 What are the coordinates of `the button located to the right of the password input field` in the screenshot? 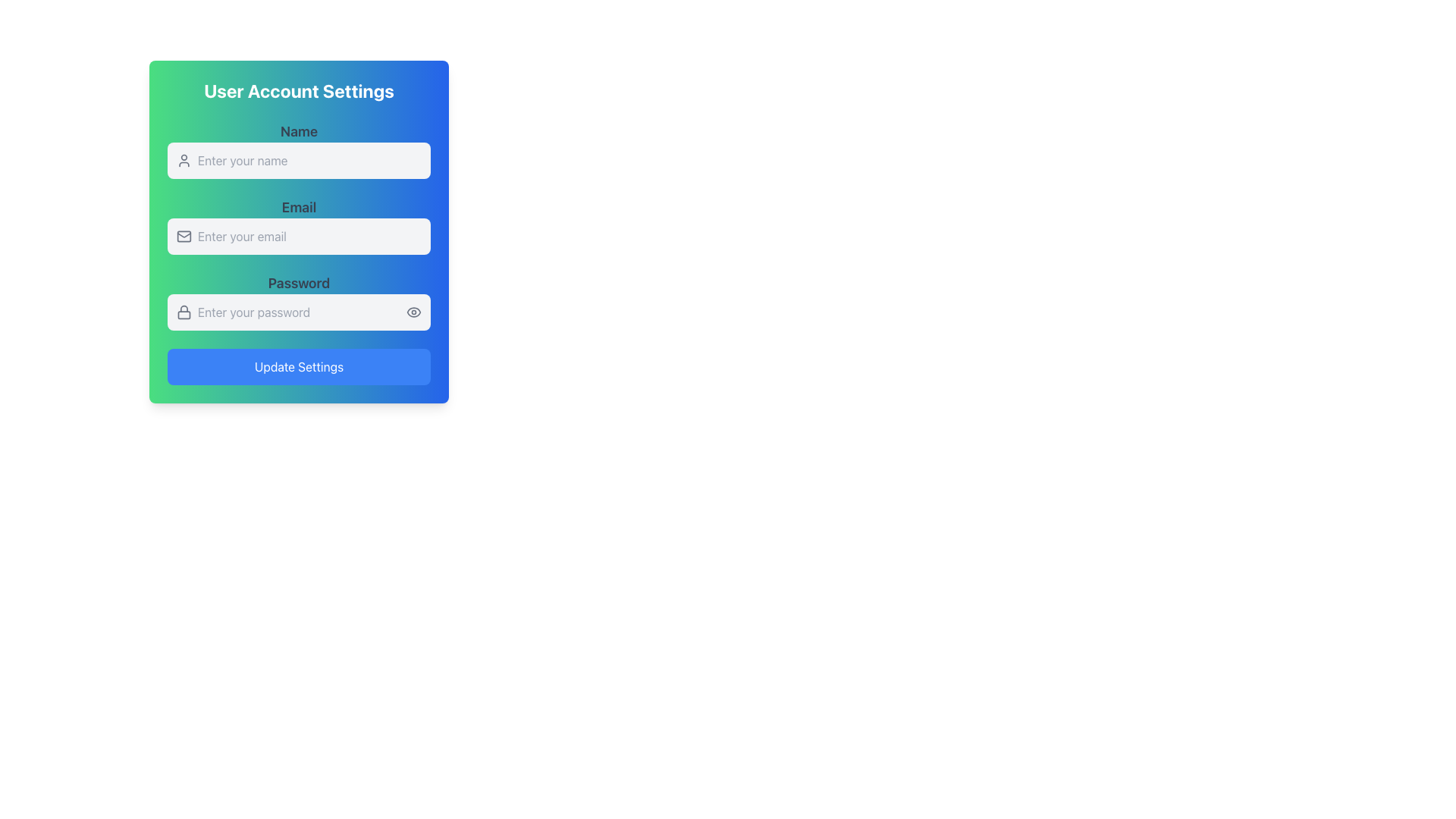 It's located at (414, 312).